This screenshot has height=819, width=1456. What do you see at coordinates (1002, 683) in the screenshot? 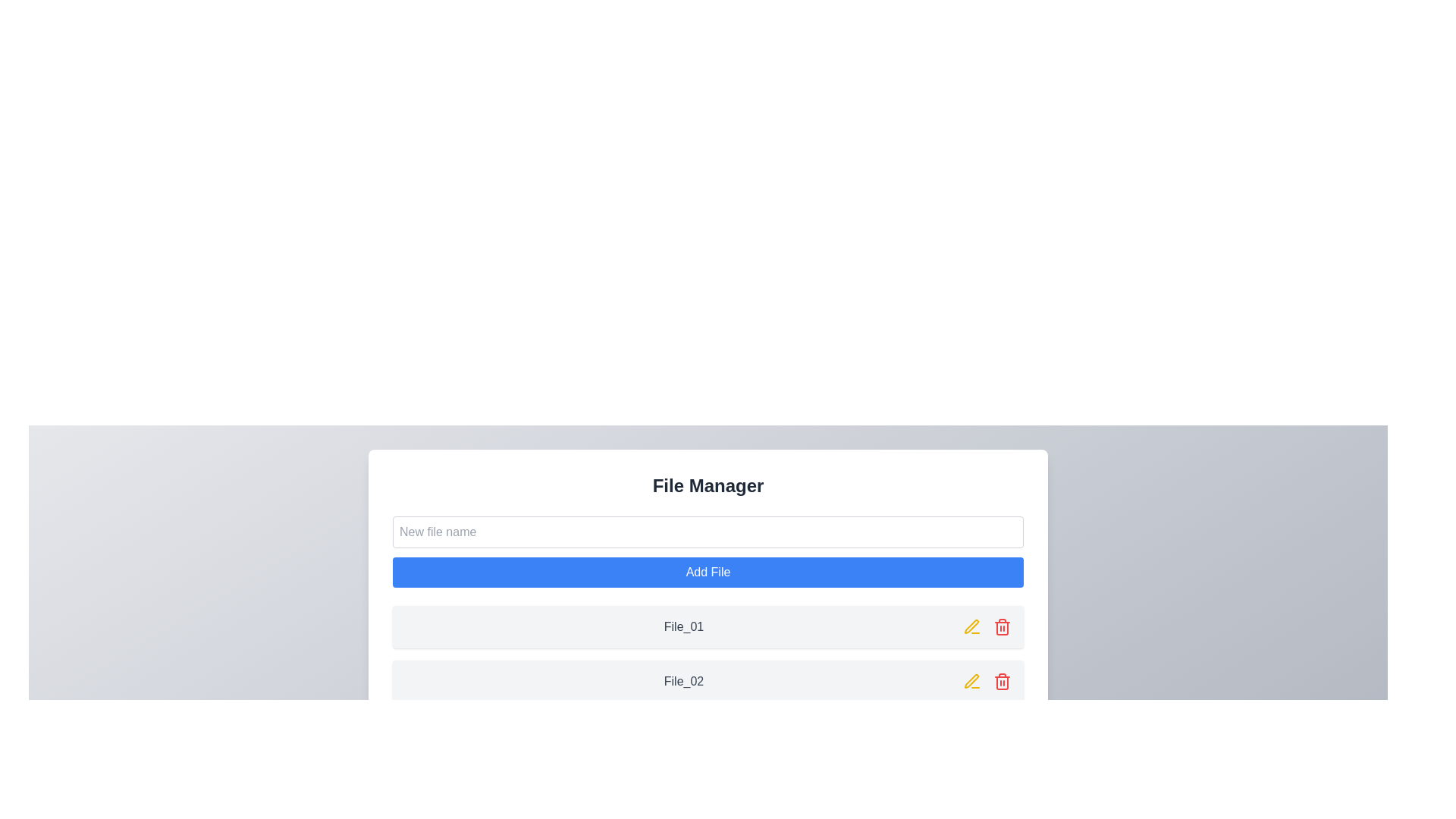
I see `the trash icon associated with the file named 'File_02', which is part of a delete button and is represented by a simplistic trash bin outline` at bounding box center [1002, 683].